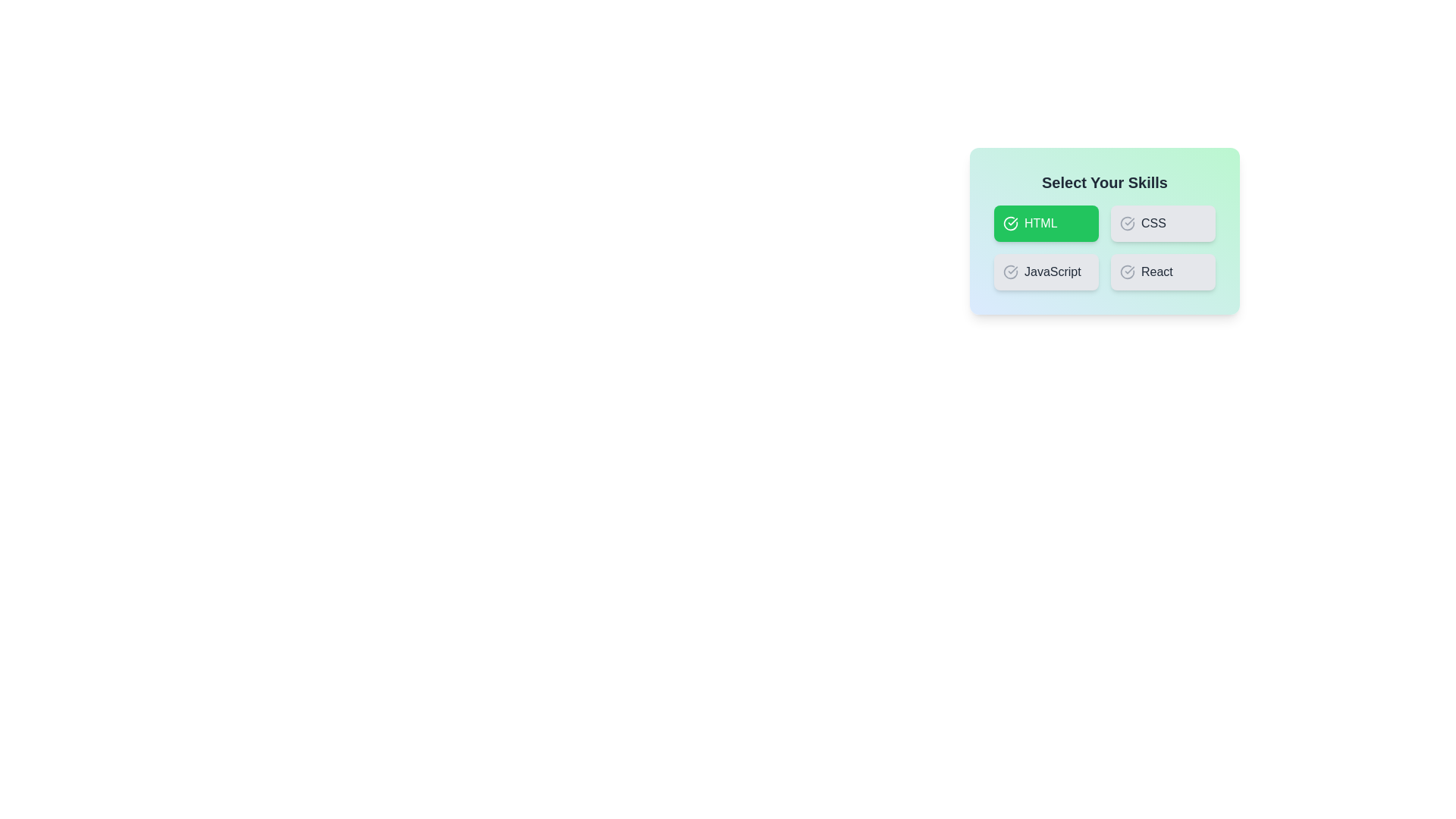 The width and height of the screenshot is (1456, 819). What do you see at coordinates (1163, 271) in the screenshot?
I see `the skill button corresponding to React to toggle its selection state` at bounding box center [1163, 271].